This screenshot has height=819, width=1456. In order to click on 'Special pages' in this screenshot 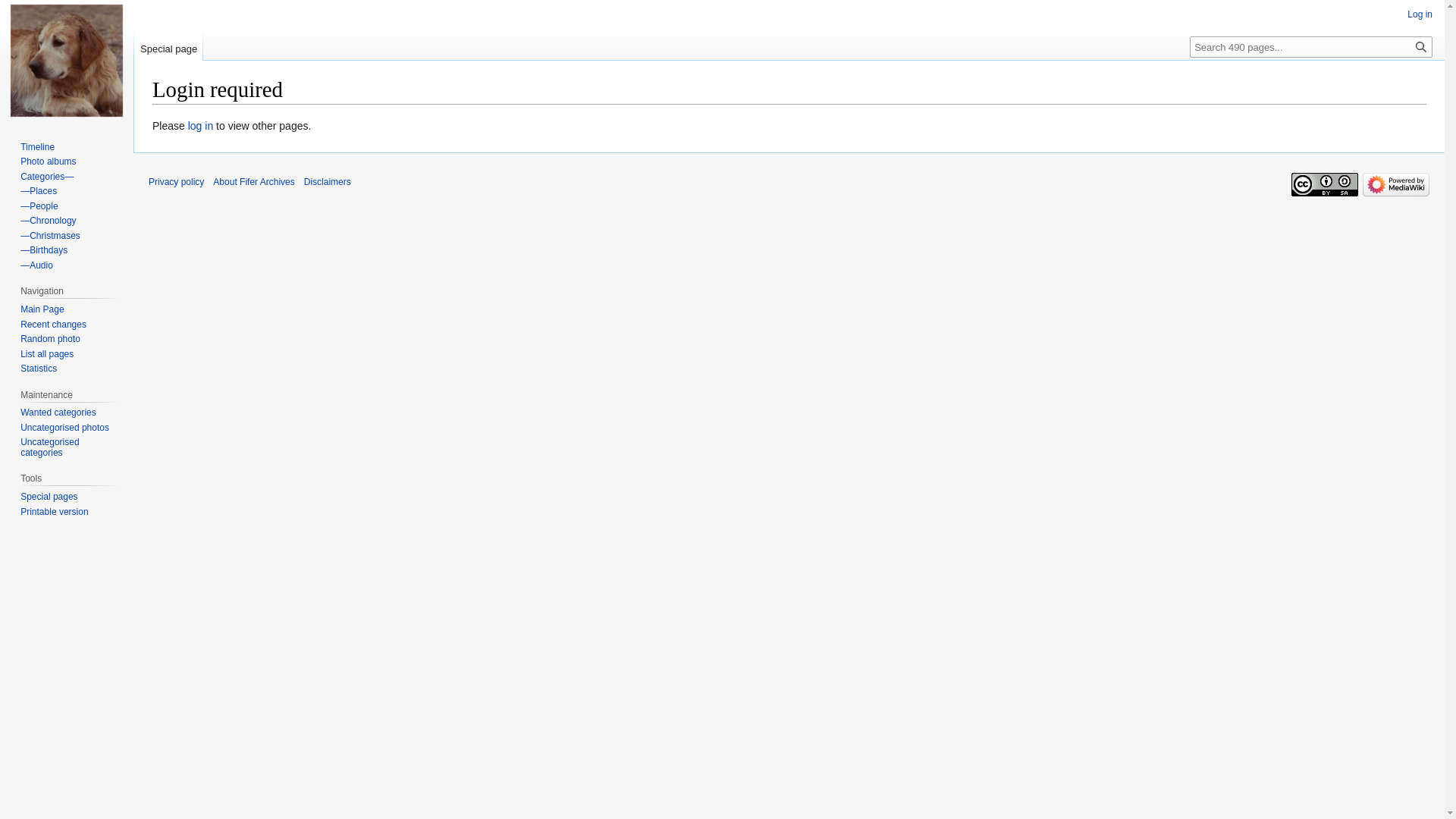, I will do `click(20, 497)`.